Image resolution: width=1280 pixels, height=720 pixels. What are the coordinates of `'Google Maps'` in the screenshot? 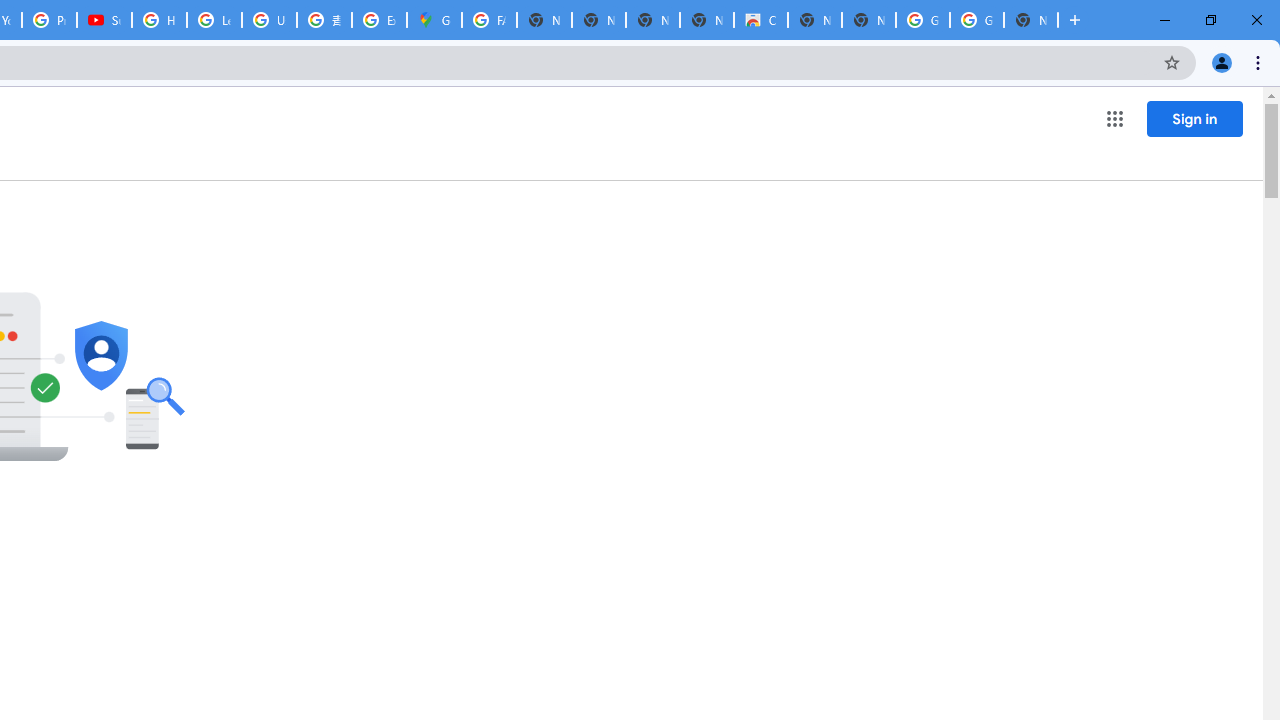 It's located at (433, 20).